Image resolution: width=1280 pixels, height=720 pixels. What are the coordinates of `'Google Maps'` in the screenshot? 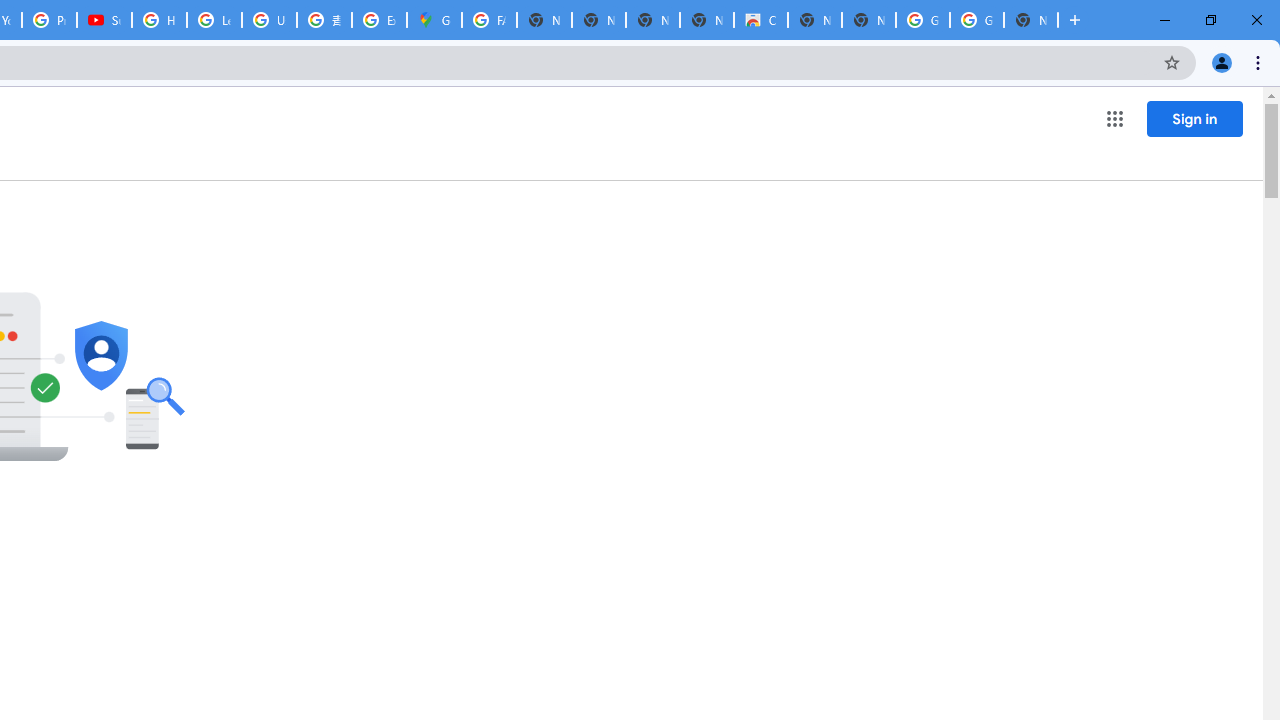 It's located at (433, 20).